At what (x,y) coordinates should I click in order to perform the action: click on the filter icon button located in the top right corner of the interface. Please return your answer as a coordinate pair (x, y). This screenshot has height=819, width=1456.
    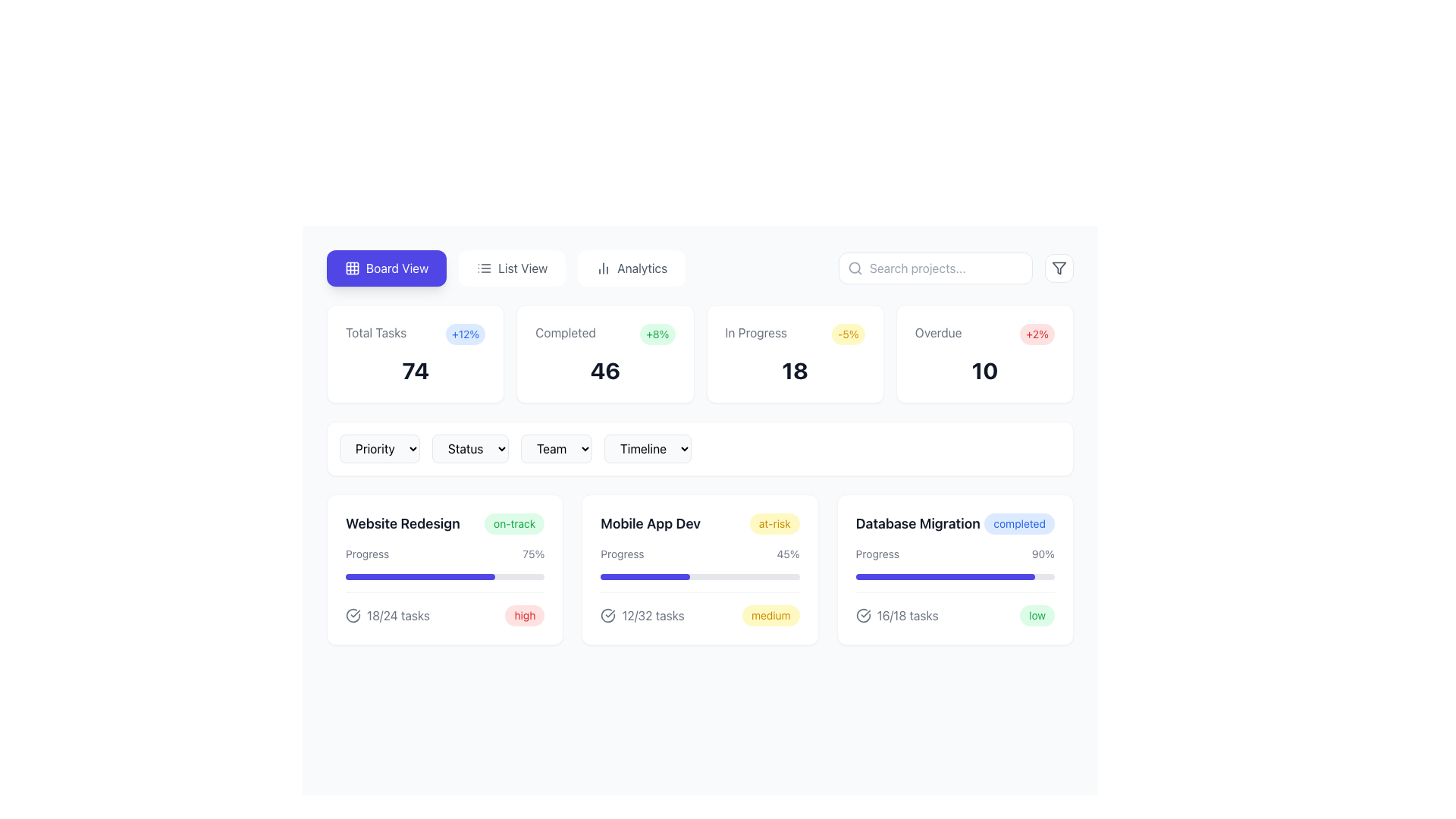
    Looking at the image, I should click on (1058, 268).